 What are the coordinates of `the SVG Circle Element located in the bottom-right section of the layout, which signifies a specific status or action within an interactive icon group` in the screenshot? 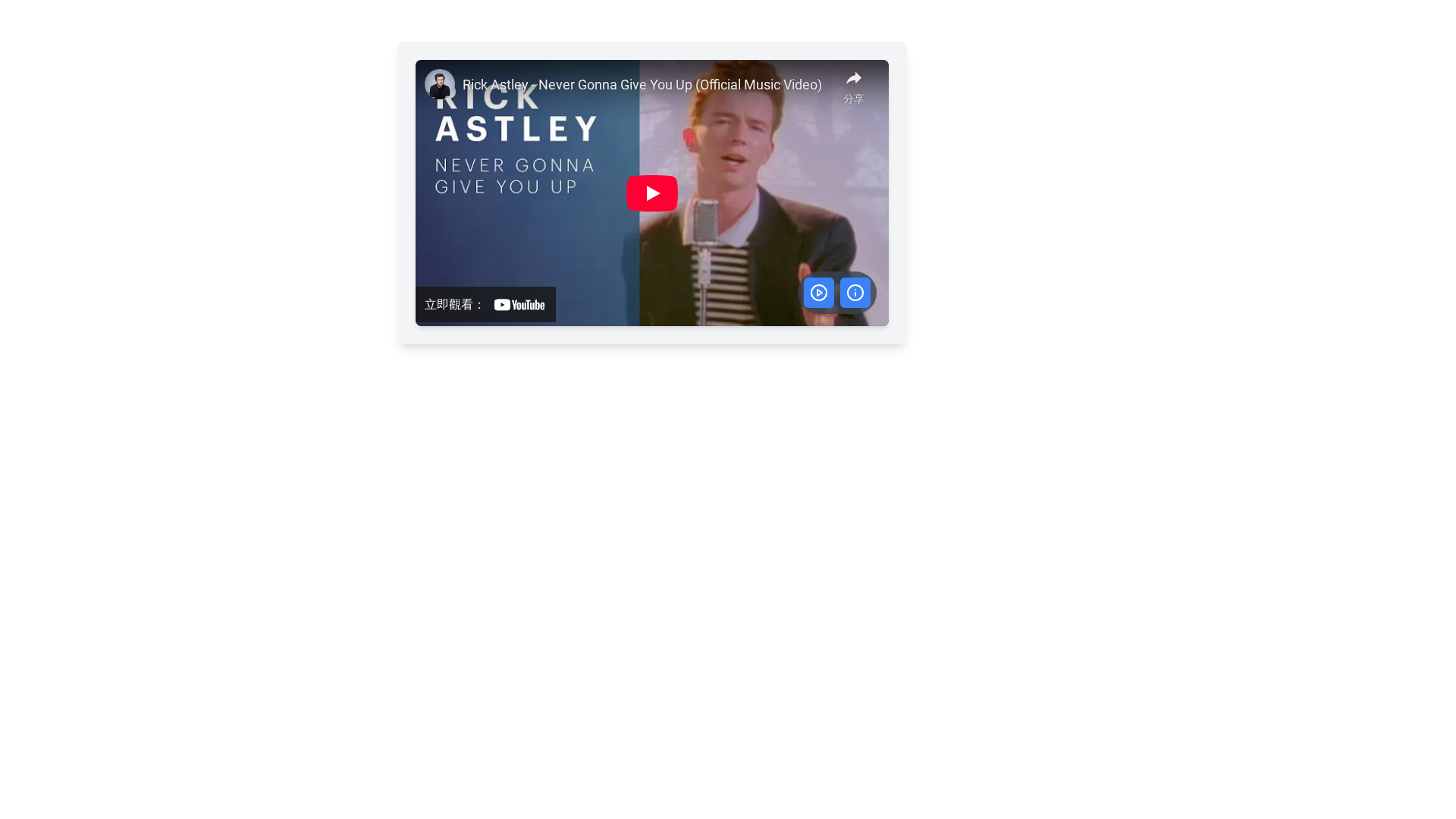 It's located at (855, 292).